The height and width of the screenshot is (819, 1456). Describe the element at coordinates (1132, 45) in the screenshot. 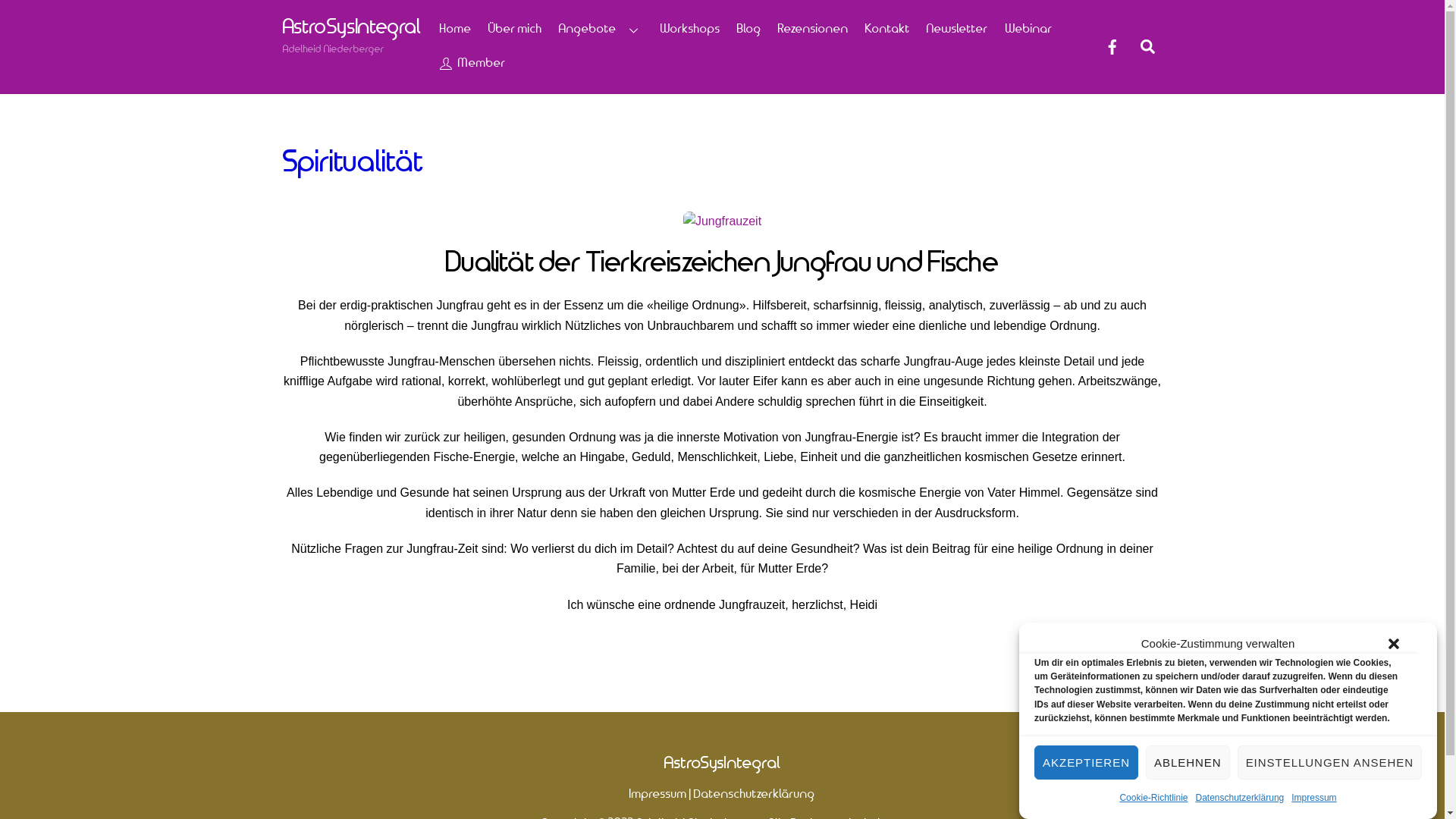

I see `'Search'` at that location.